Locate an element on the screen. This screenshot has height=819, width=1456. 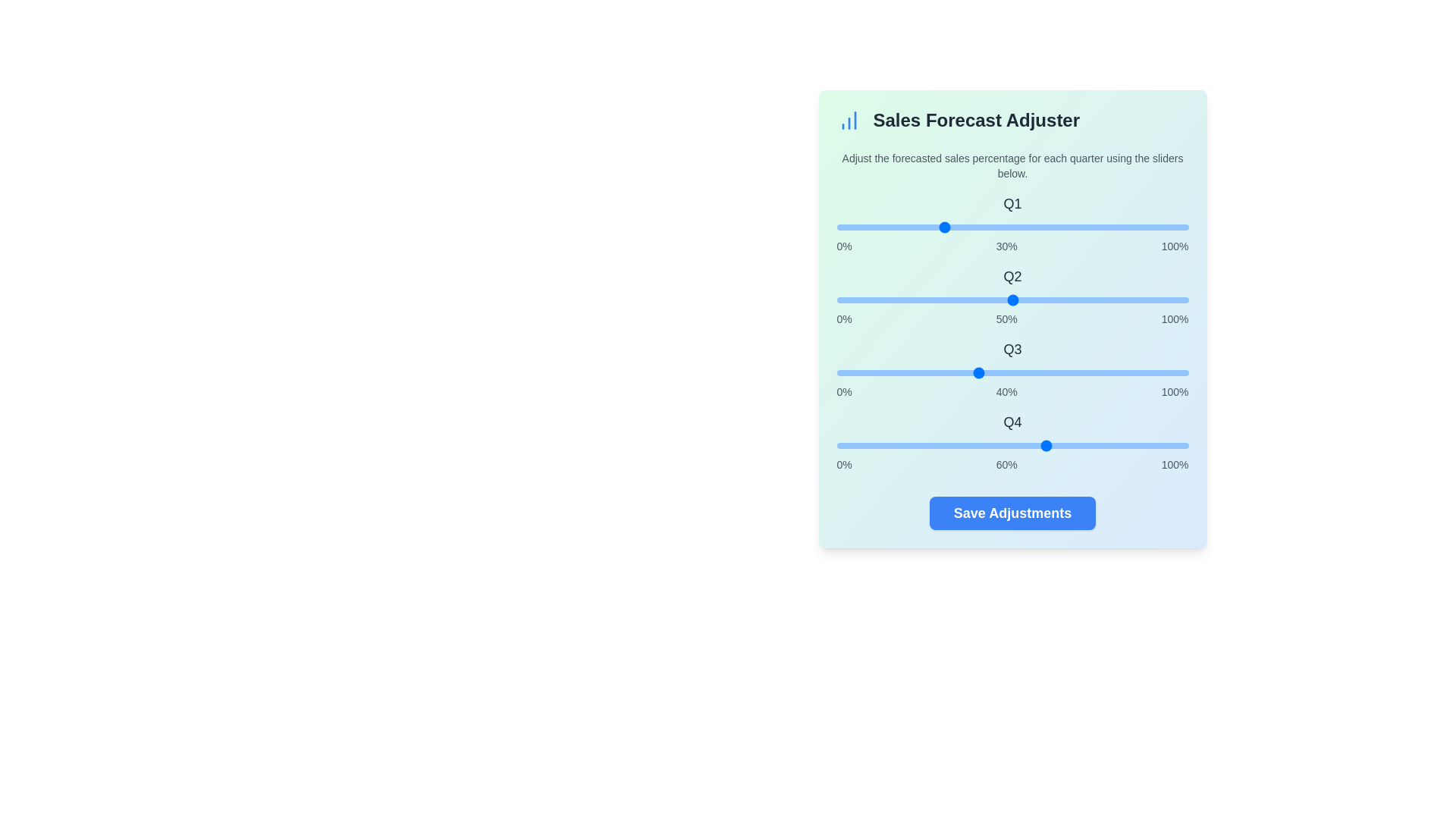
the 'Save Adjustments' button to save the changes is located at coordinates (1012, 513).